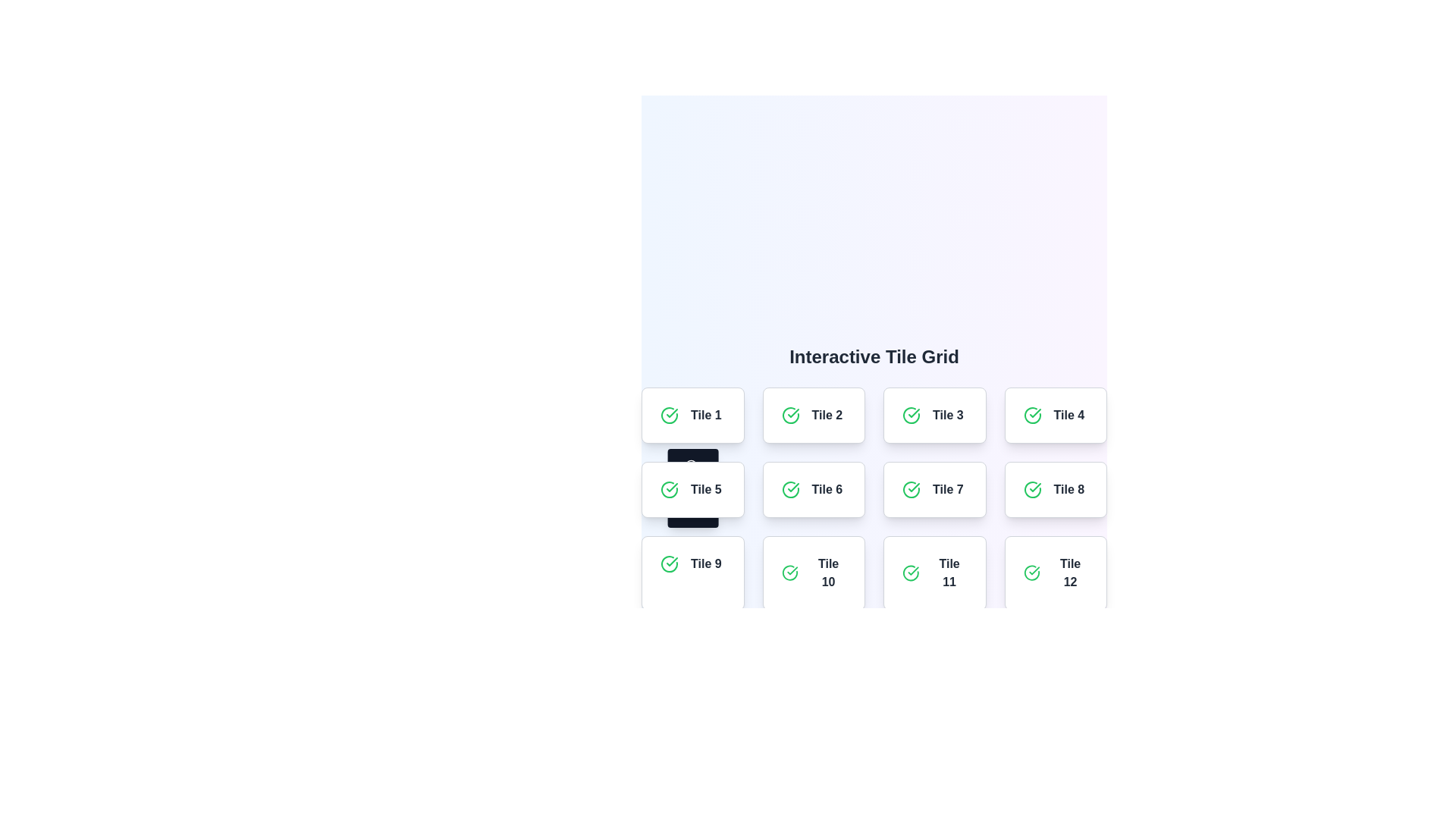 This screenshot has height=819, width=1456. Describe the element at coordinates (1034, 413) in the screenshot. I see `the green check mark icon within the circular graphic located in the top-left corner of Tile 1` at that location.